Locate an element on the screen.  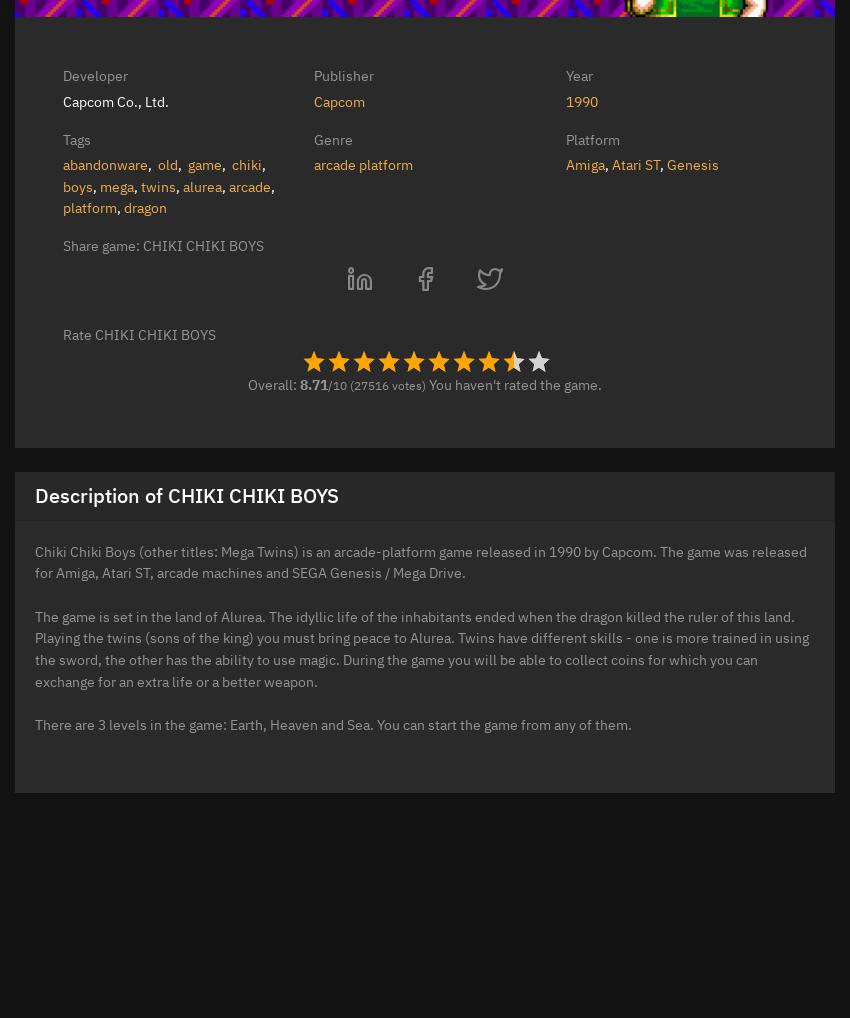
'Description of CHIKI CHIKI BOYS' is located at coordinates (34, 494).